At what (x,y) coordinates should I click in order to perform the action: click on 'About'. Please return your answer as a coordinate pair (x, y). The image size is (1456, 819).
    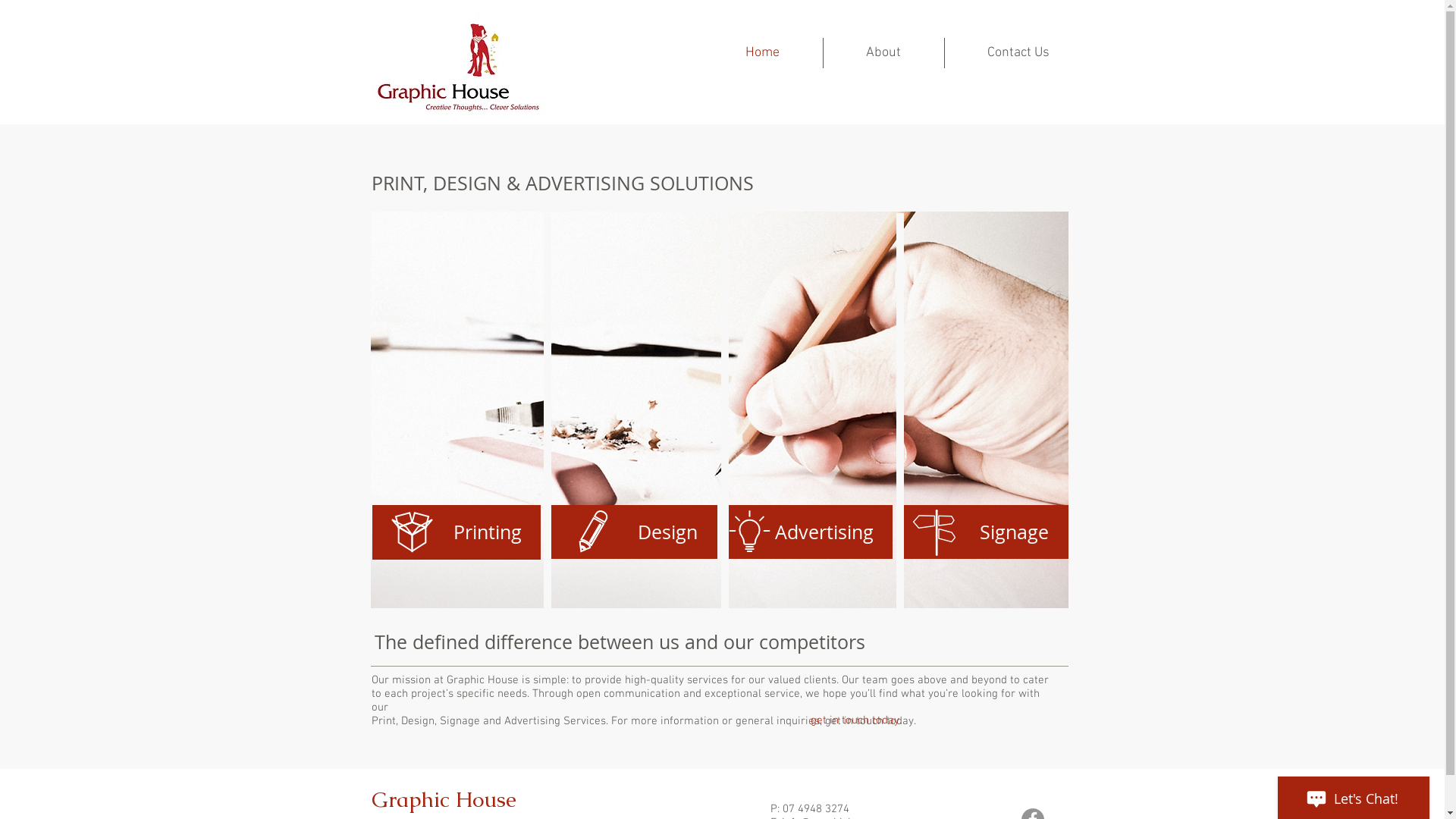
    Looking at the image, I should click on (883, 52).